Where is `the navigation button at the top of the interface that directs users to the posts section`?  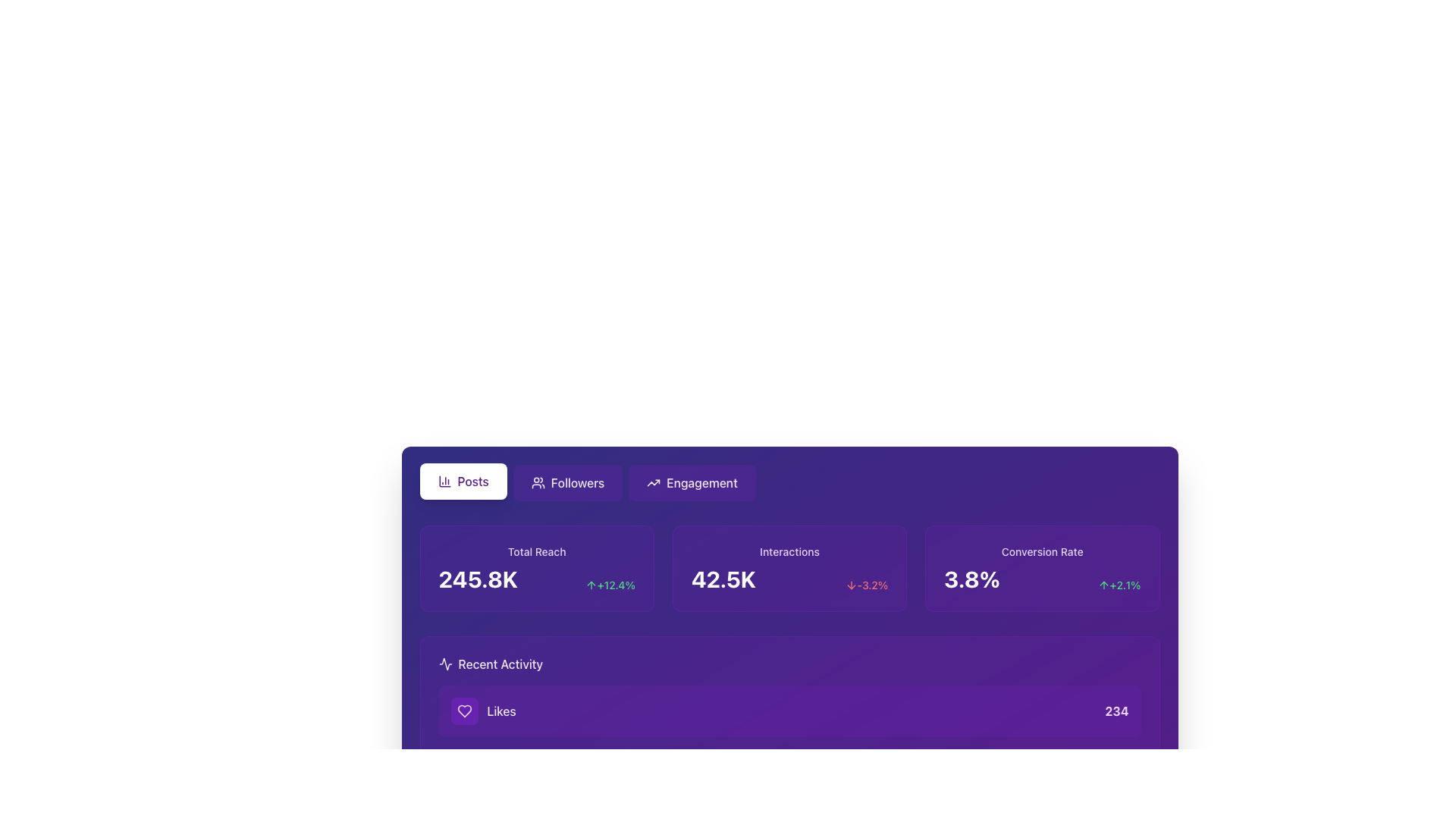 the navigation button at the top of the interface that directs users to the posts section is located at coordinates (463, 482).